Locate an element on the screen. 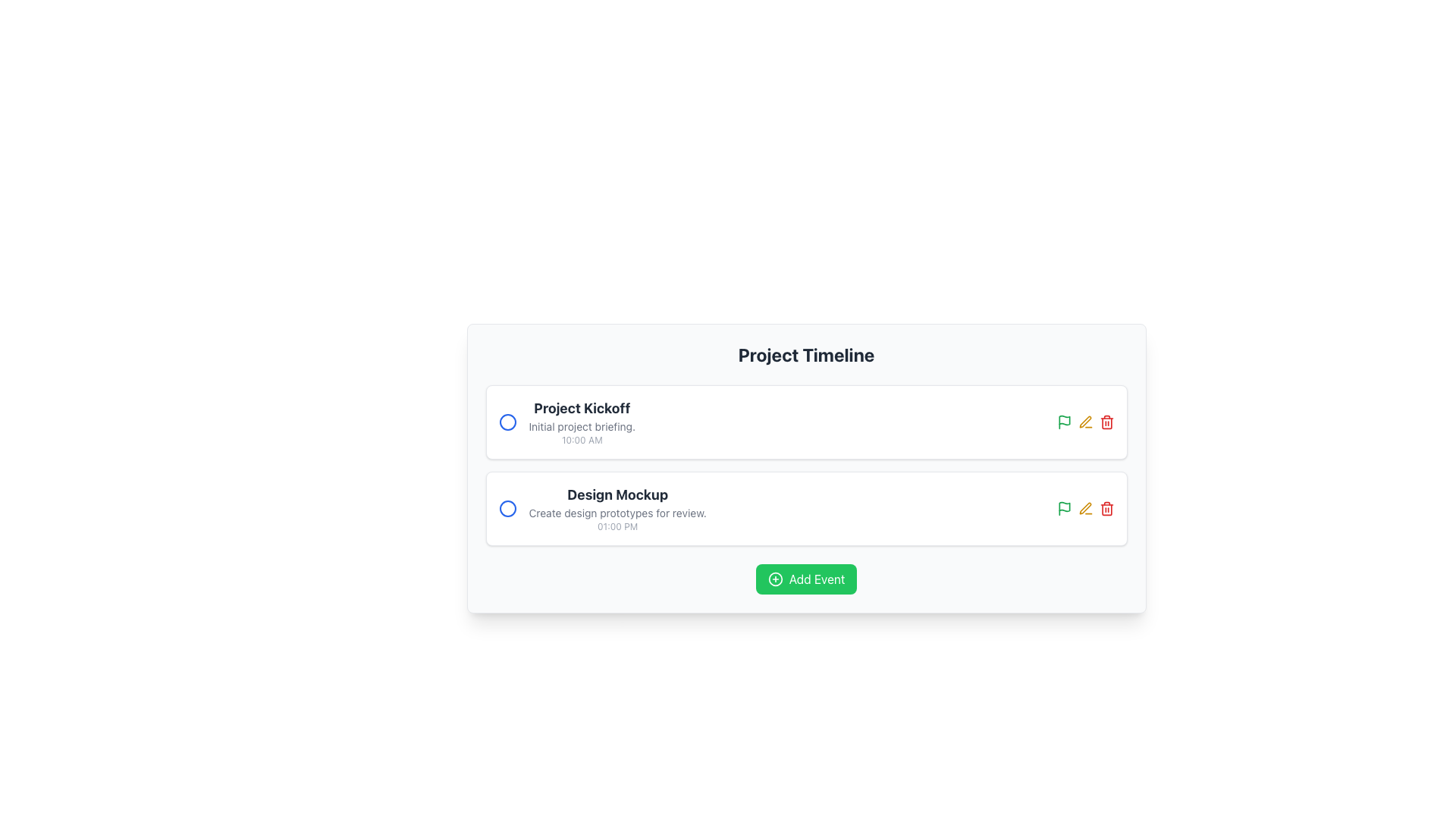 The width and height of the screenshot is (1456, 819). the trash can icon button located in the 'Design Mockup' task panel, which is red in color and positioned as the rightmost icon in a horizontal set of interactive icons is located at coordinates (1106, 509).